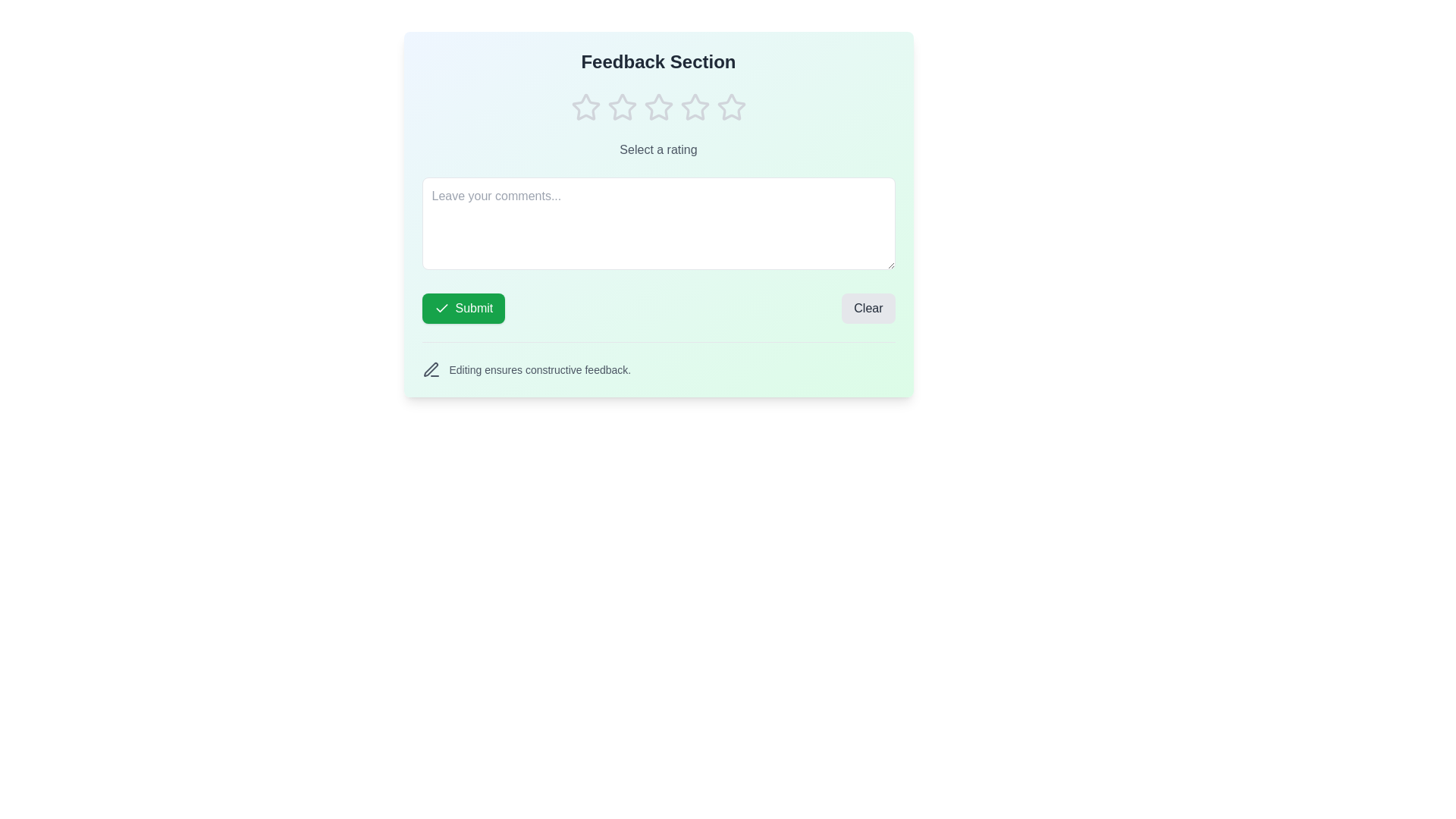 This screenshot has height=819, width=1456. I want to click on the 'Clear' button, which has a gray background and rounded corners, to visualize its interactivity, so click(868, 308).